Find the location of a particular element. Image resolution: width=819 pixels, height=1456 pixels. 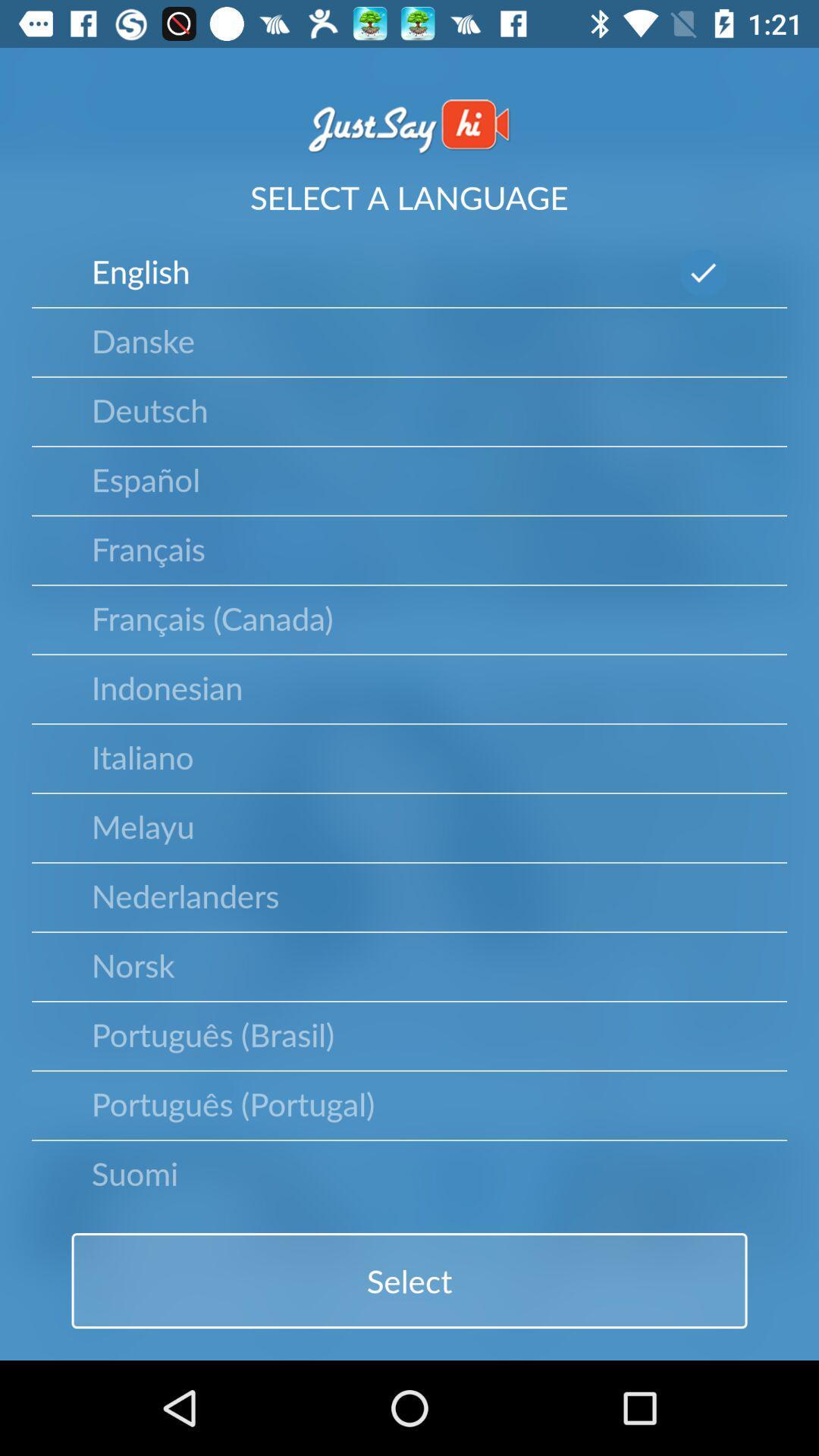

the item above the suomi icon is located at coordinates (233, 1103).